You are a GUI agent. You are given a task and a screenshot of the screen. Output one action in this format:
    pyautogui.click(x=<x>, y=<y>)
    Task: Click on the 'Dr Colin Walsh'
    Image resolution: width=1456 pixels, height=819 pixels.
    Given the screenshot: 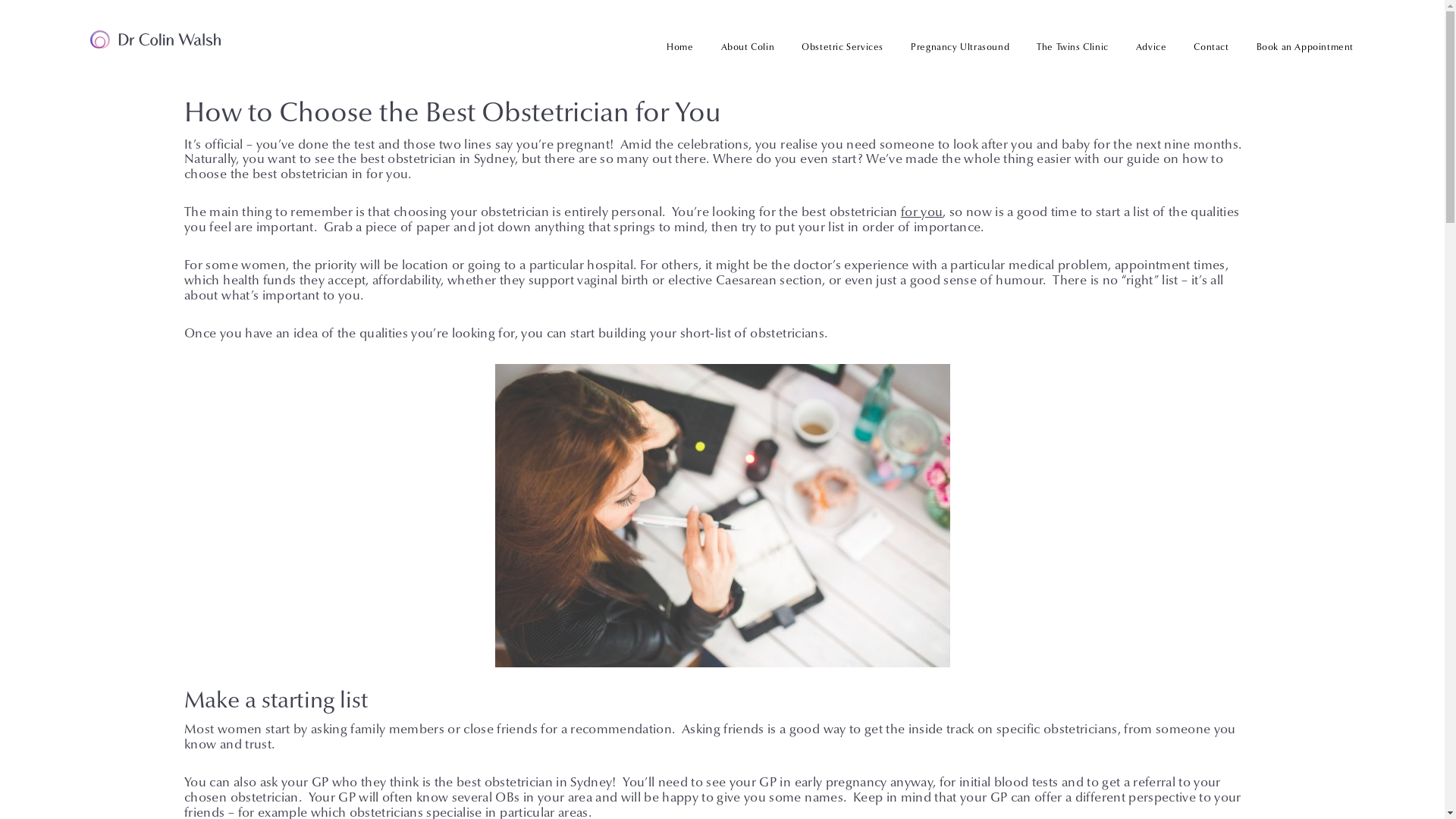 What is the action you would take?
    pyautogui.click(x=89, y=38)
    